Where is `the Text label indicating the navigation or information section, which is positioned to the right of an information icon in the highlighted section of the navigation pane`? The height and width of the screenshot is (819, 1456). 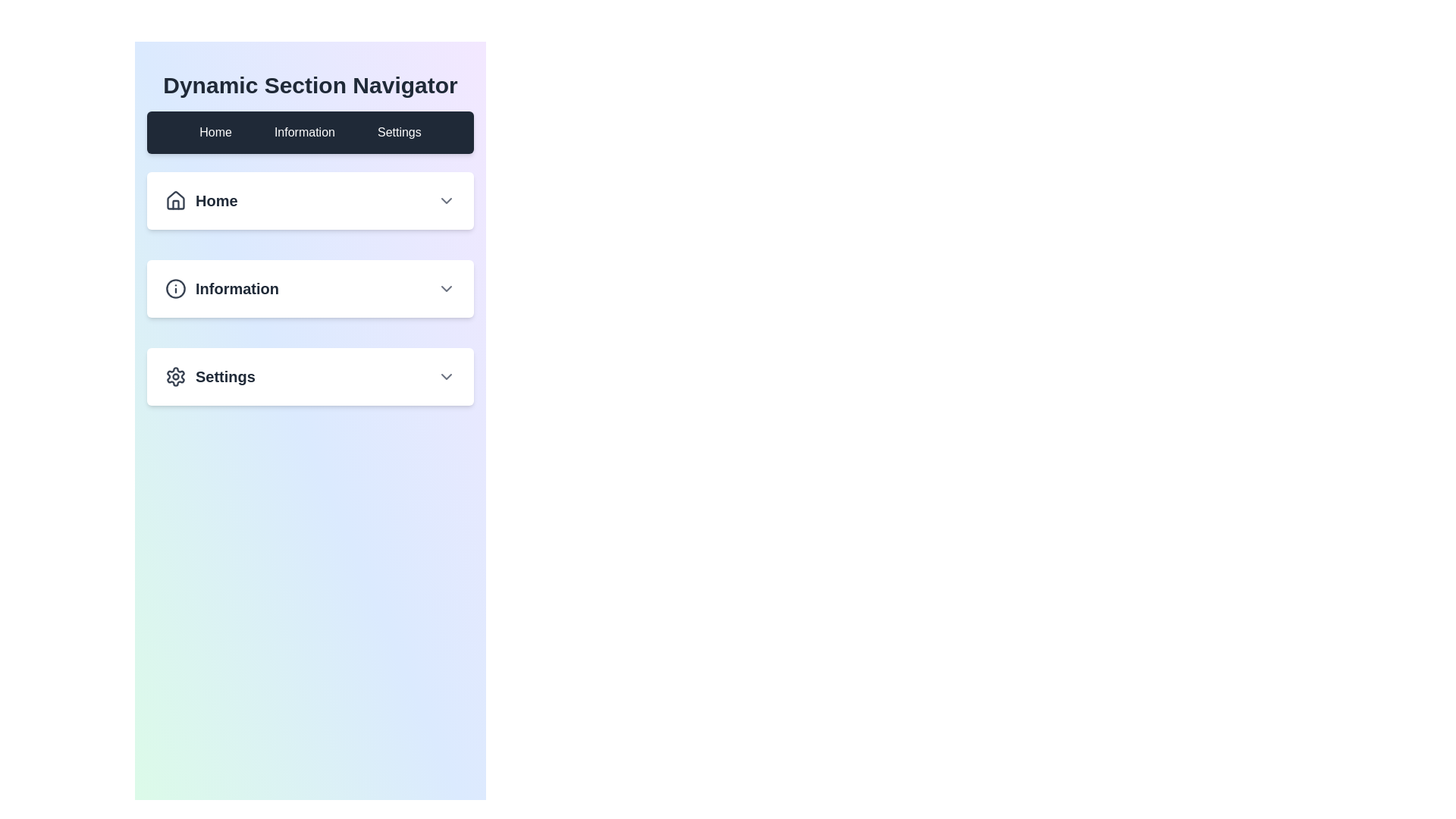 the Text label indicating the navigation or information section, which is positioned to the right of an information icon in the highlighted section of the navigation pane is located at coordinates (236, 289).